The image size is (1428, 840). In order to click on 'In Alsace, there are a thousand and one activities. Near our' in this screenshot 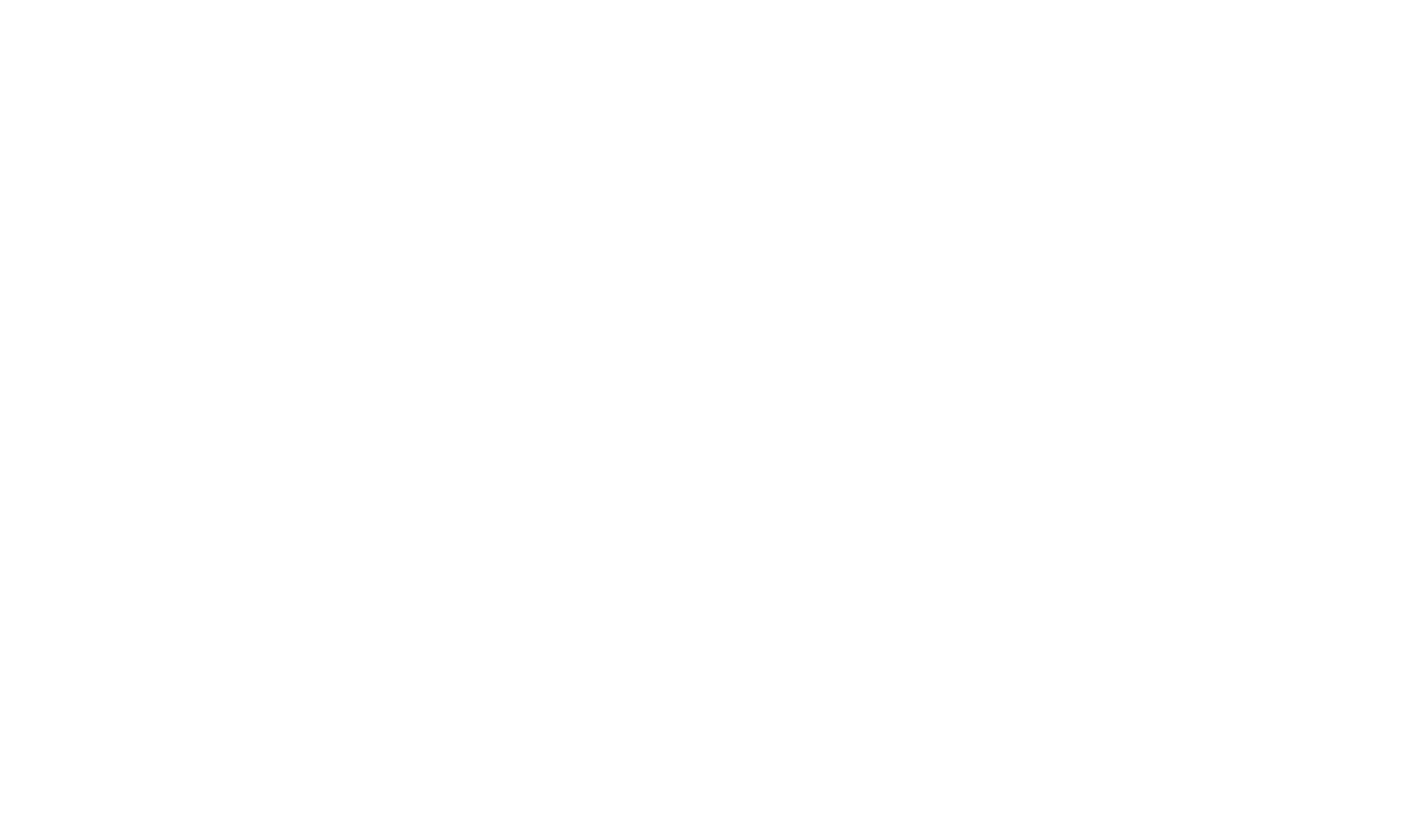, I will do `click(525, 142)`.